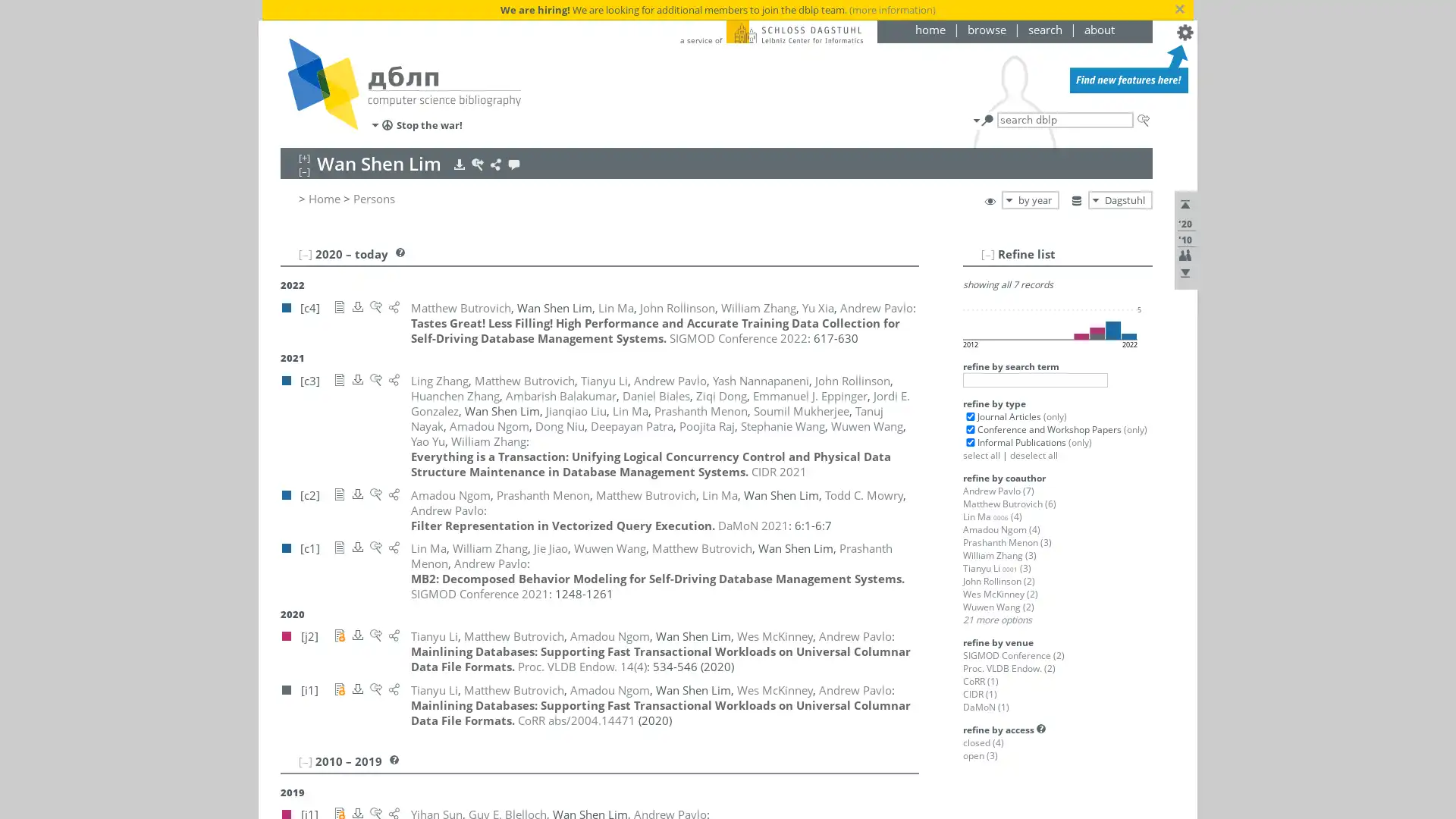 The width and height of the screenshot is (1456, 819). What do you see at coordinates (981, 680) in the screenshot?
I see `CoRR (1)` at bounding box center [981, 680].